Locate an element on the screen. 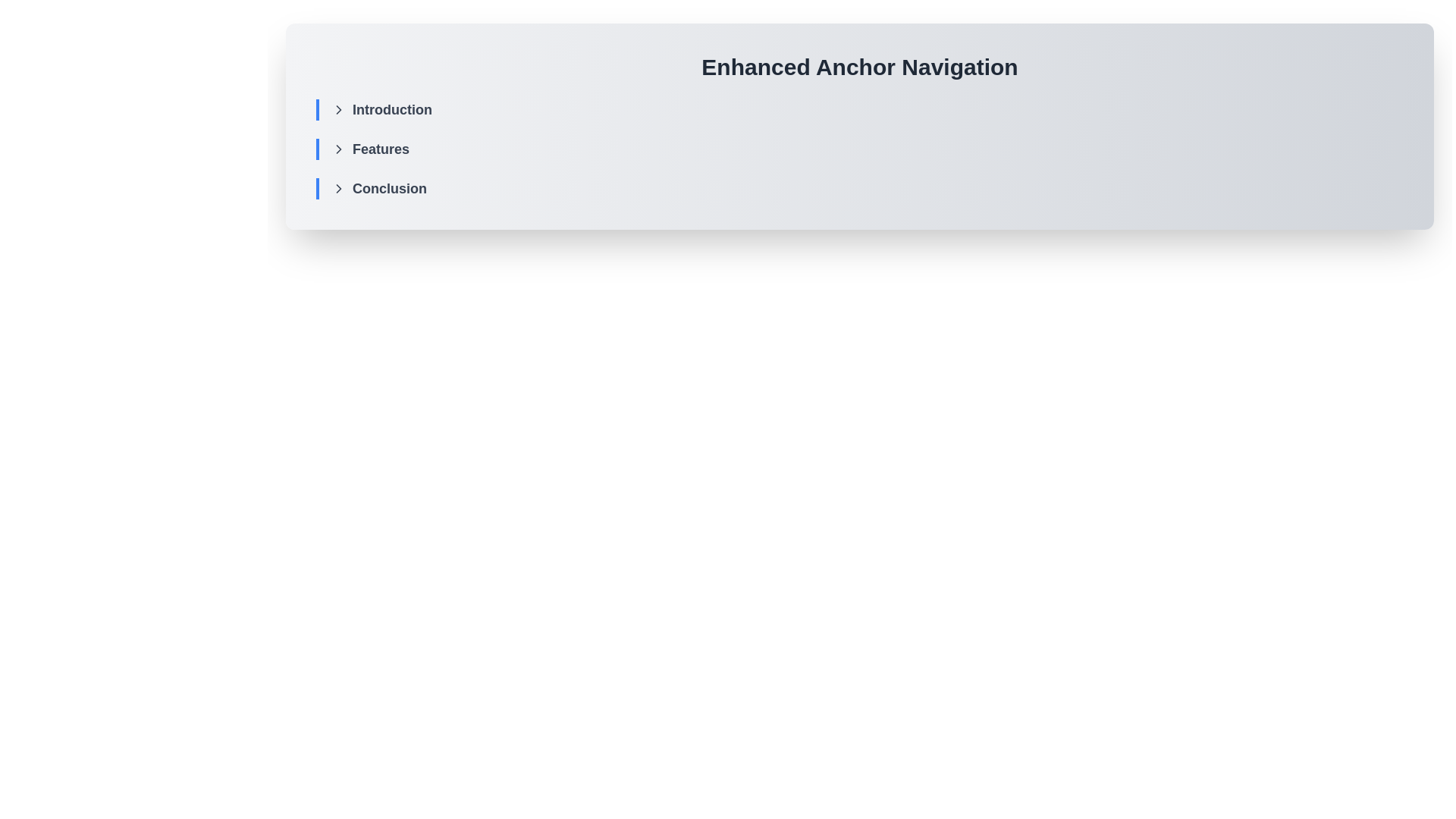 This screenshot has height=819, width=1456. the navigation icon adjacent to the 'Features' label is located at coordinates (337, 149).